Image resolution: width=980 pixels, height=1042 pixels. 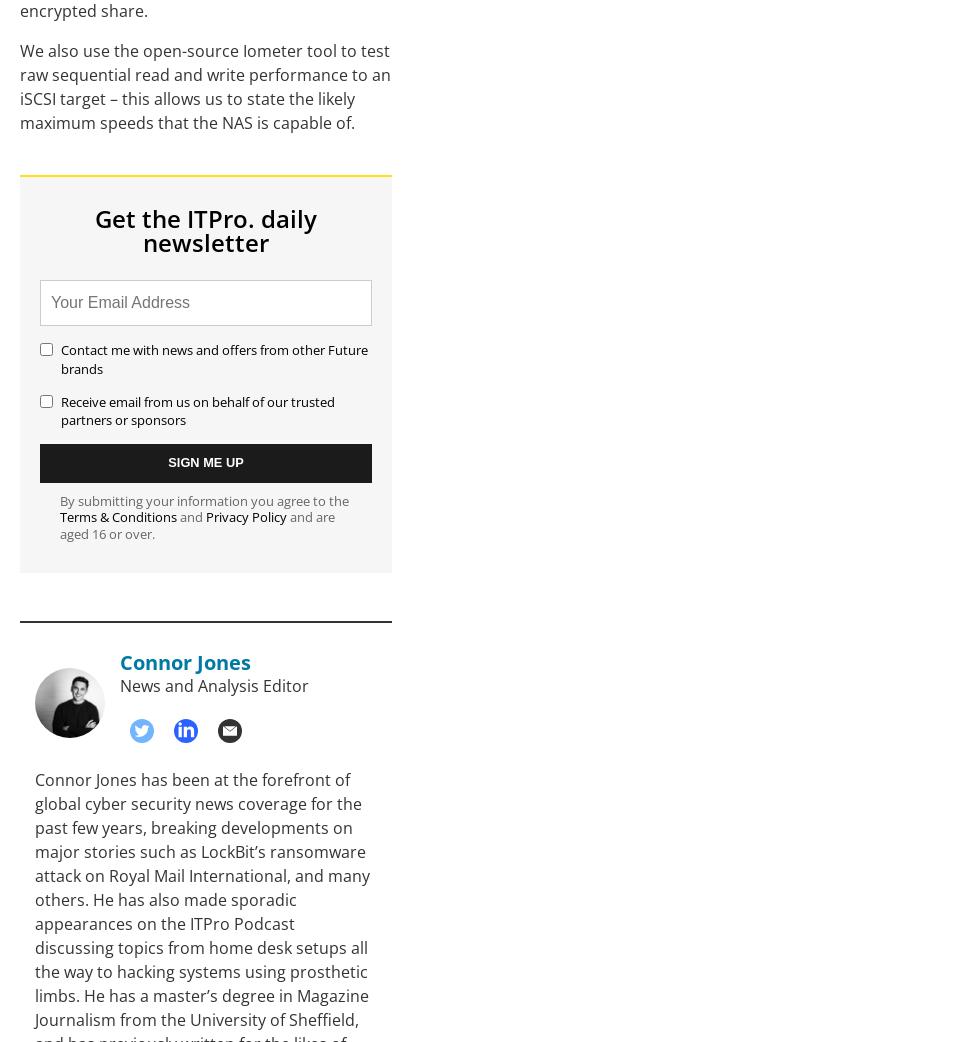 I want to click on 'Connor Jones', so click(x=119, y=661).